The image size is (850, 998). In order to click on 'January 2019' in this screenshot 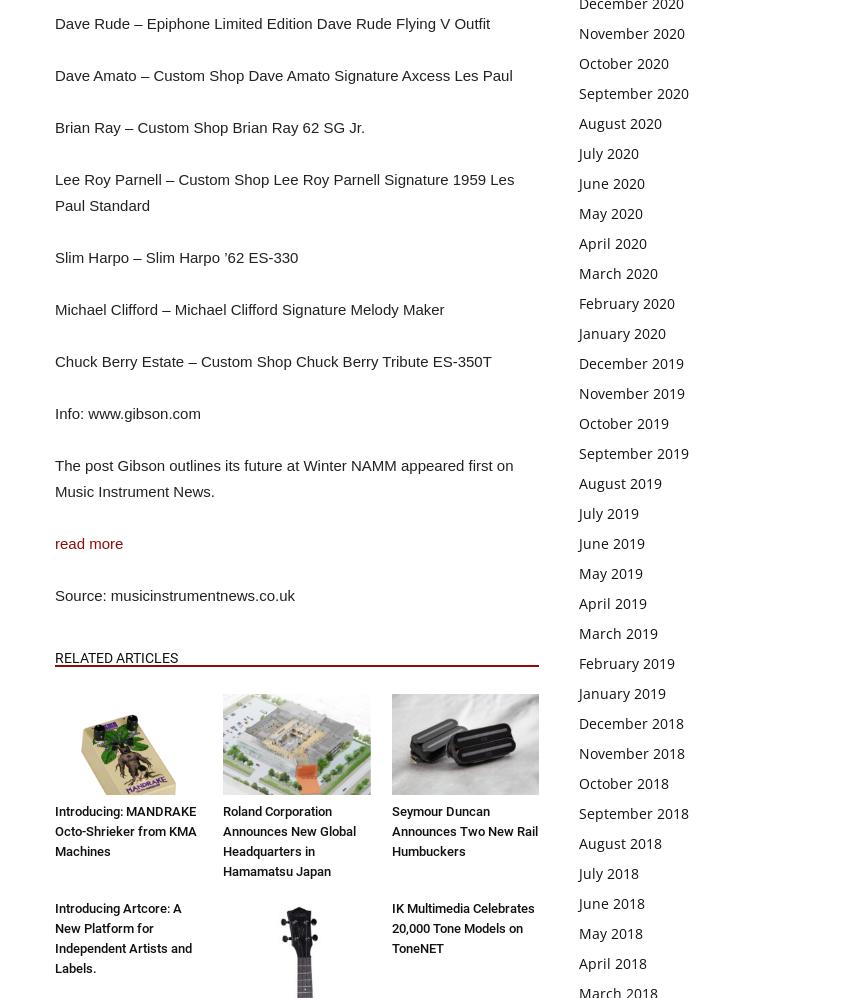, I will do `click(579, 692)`.